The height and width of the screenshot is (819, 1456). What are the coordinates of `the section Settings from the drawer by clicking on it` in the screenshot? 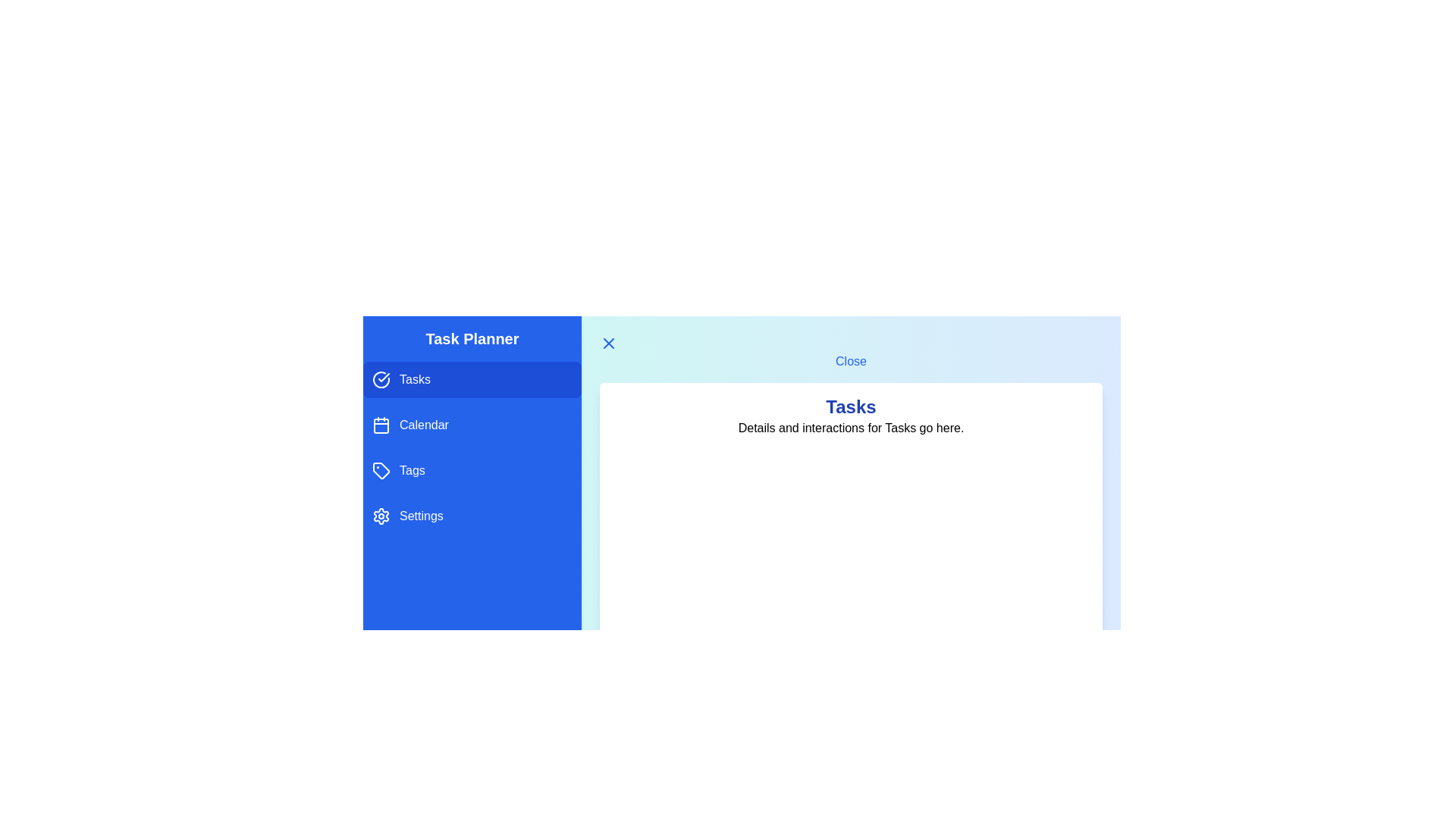 It's located at (472, 516).